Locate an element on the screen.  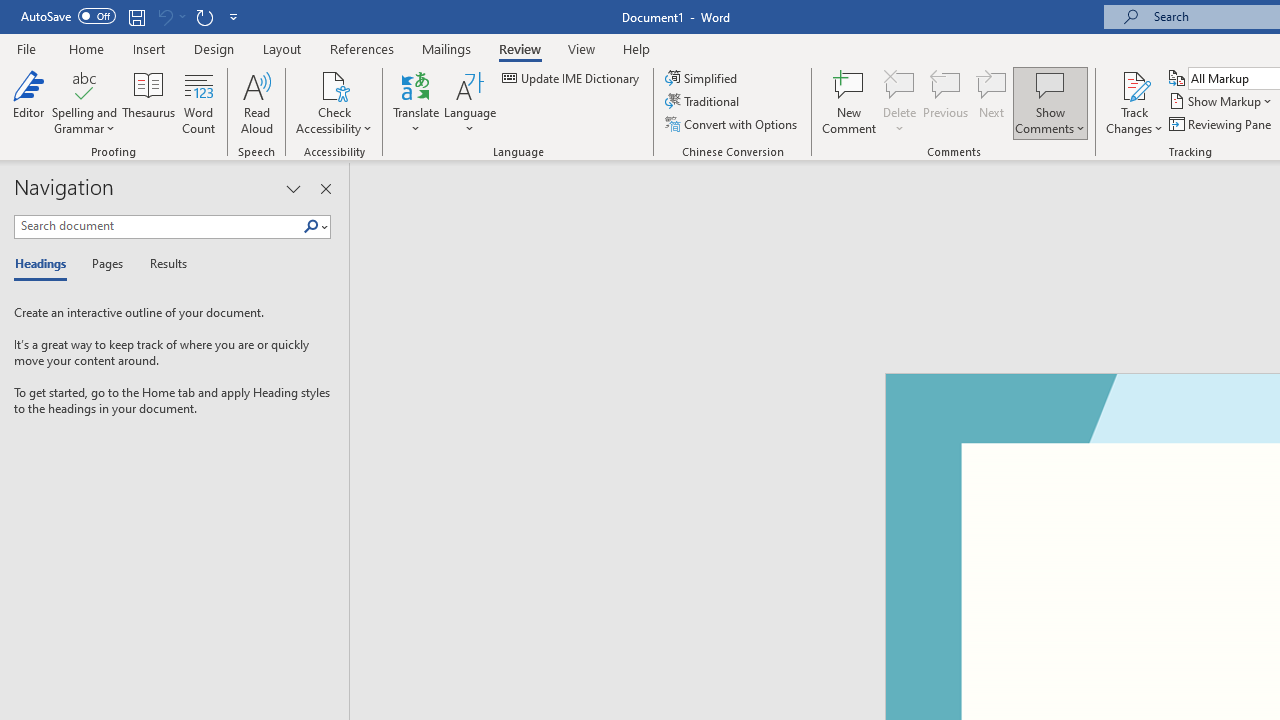
'Track Changes' is located at coordinates (1134, 103).